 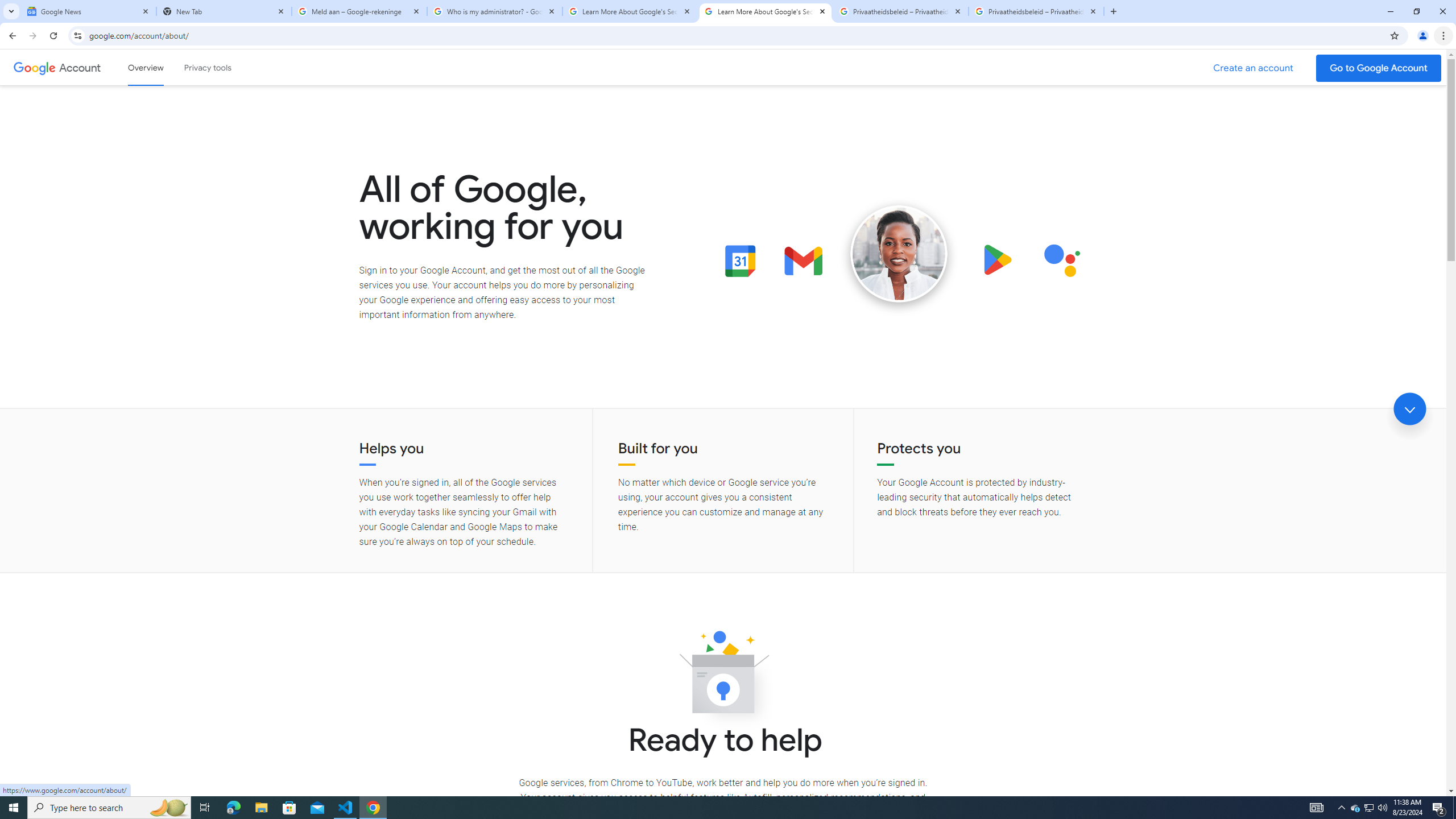 What do you see at coordinates (1379, 68) in the screenshot?
I see `'Go to your Google Account'` at bounding box center [1379, 68].